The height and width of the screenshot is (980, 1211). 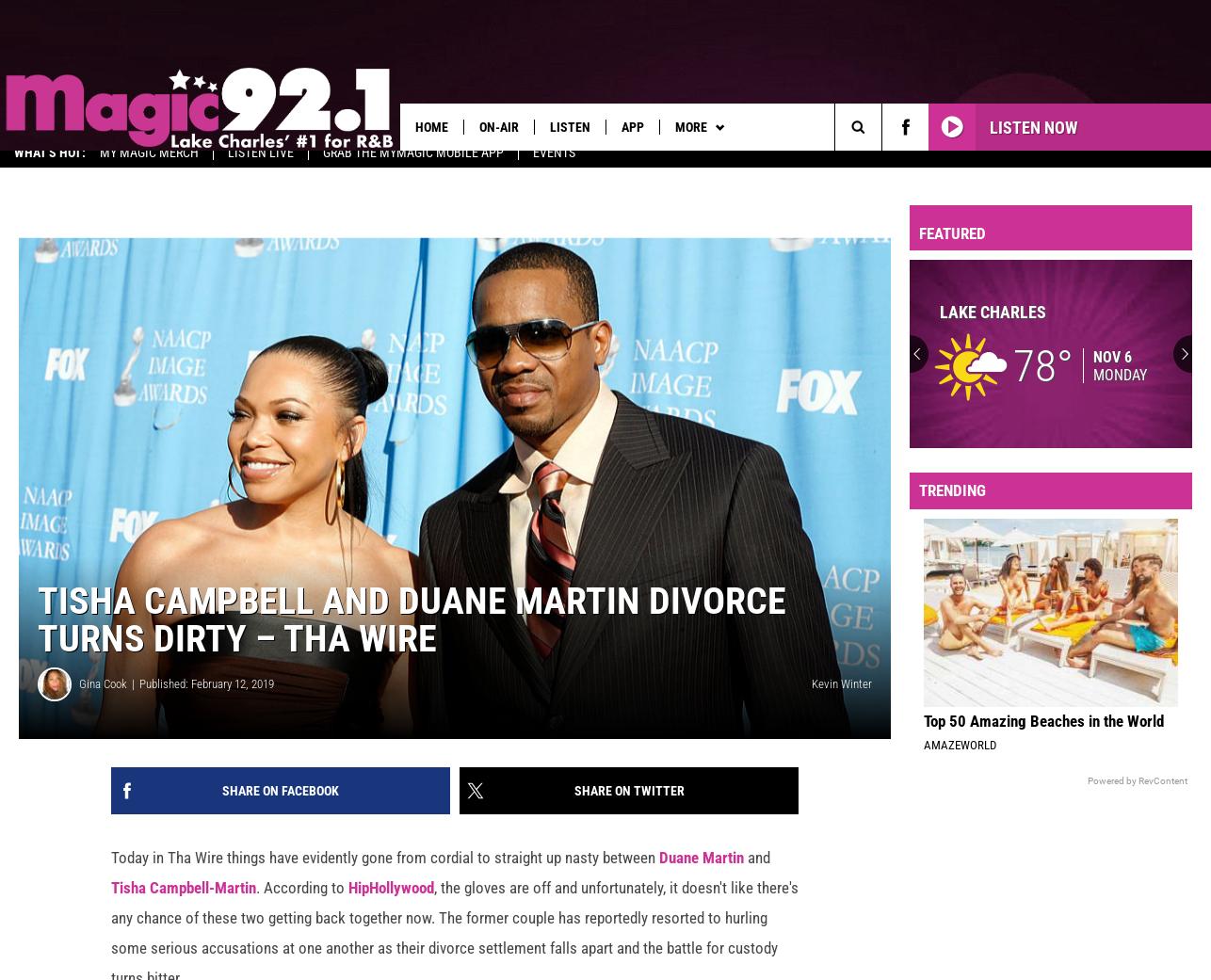 I want to click on 'Home', so click(x=430, y=127).